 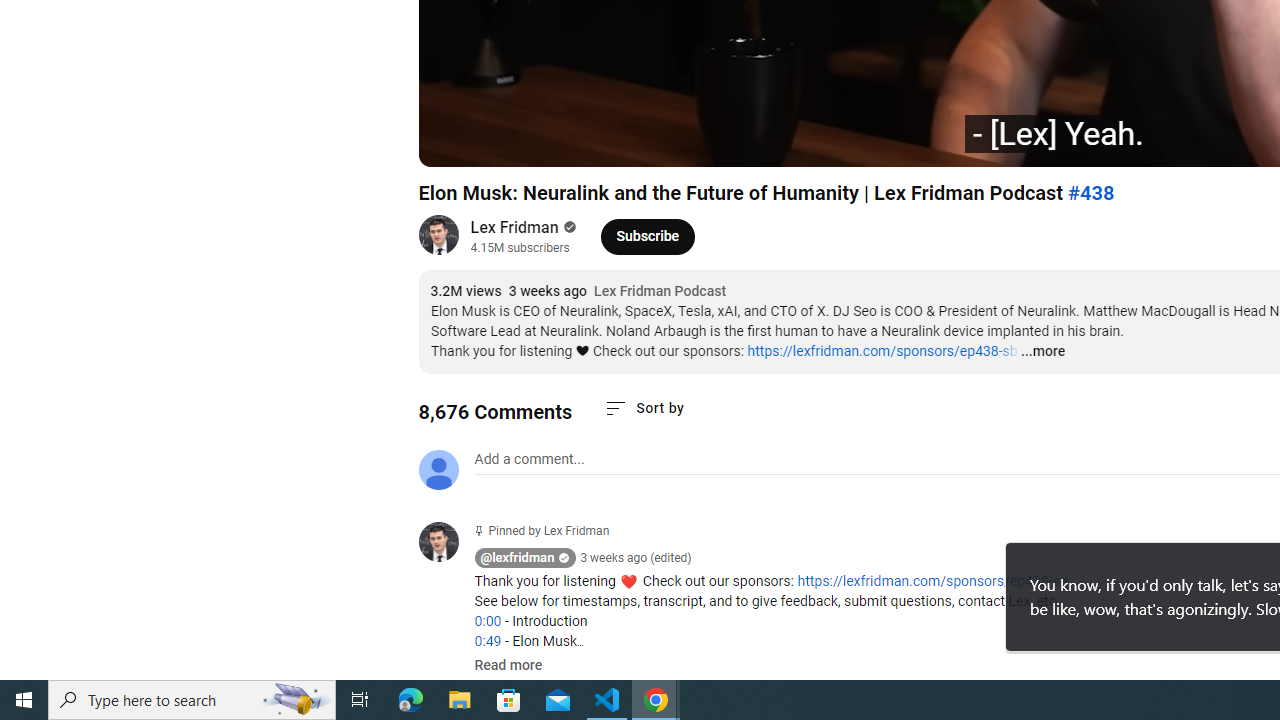 What do you see at coordinates (1090, 193) in the screenshot?
I see `'#438'` at bounding box center [1090, 193].